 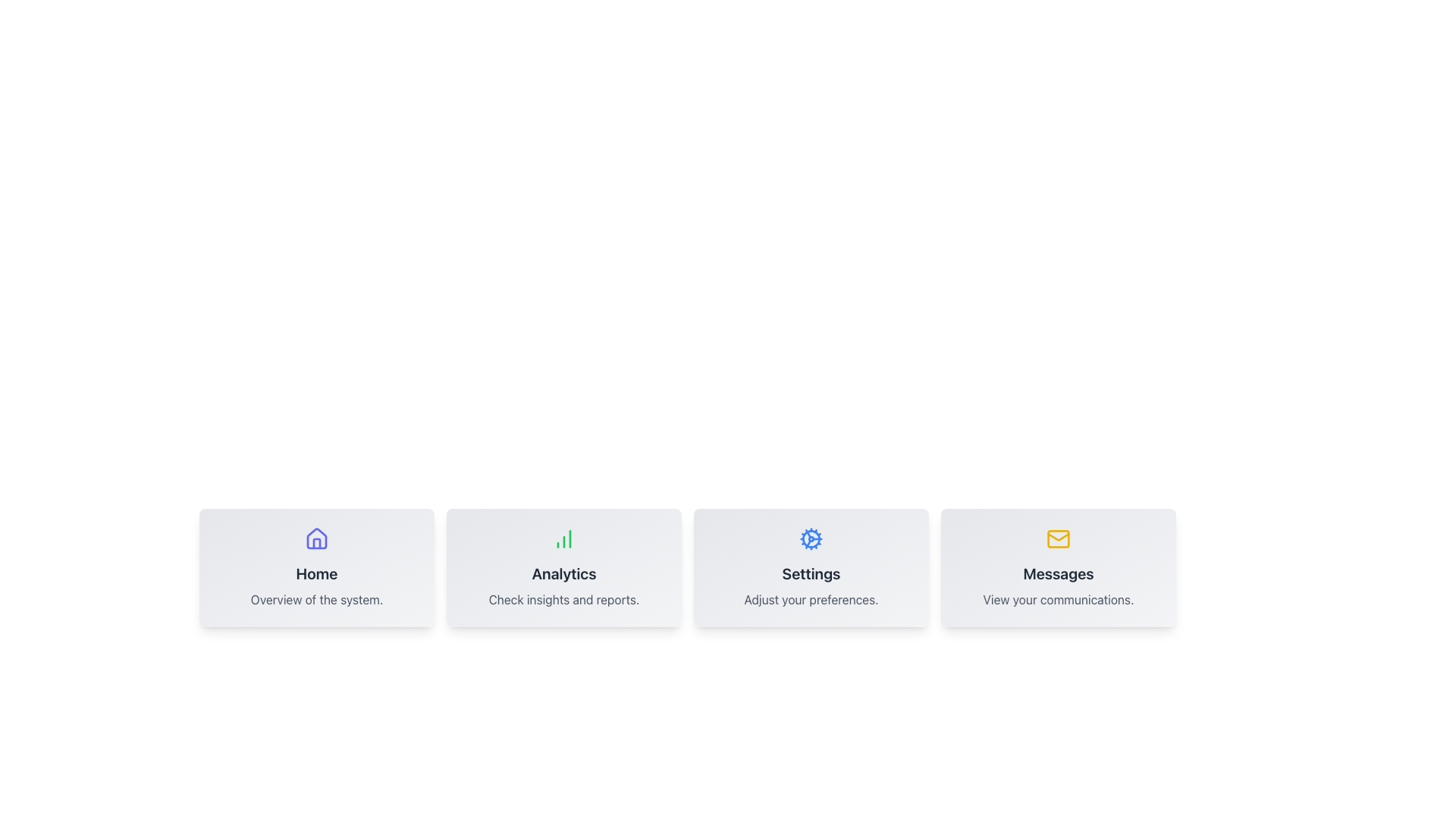 What do you see at coordinates (315, 598) in the screenshot?
I see `the text label that displays 'Overview of the system.' located under the 'Home' title within the card-like UI block` at bounding box center [315, 598].